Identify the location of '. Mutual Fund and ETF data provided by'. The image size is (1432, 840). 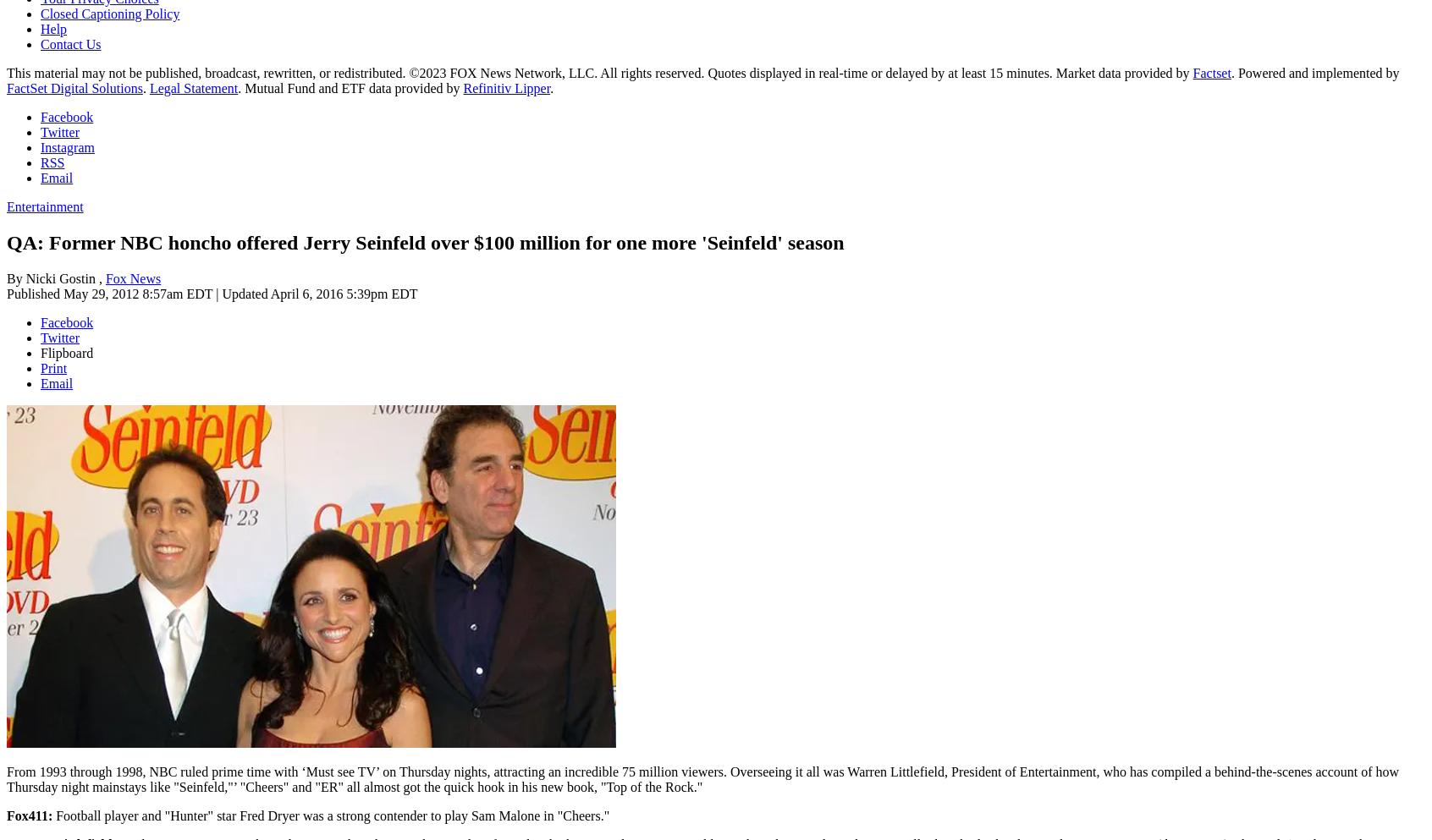
(350, 86).